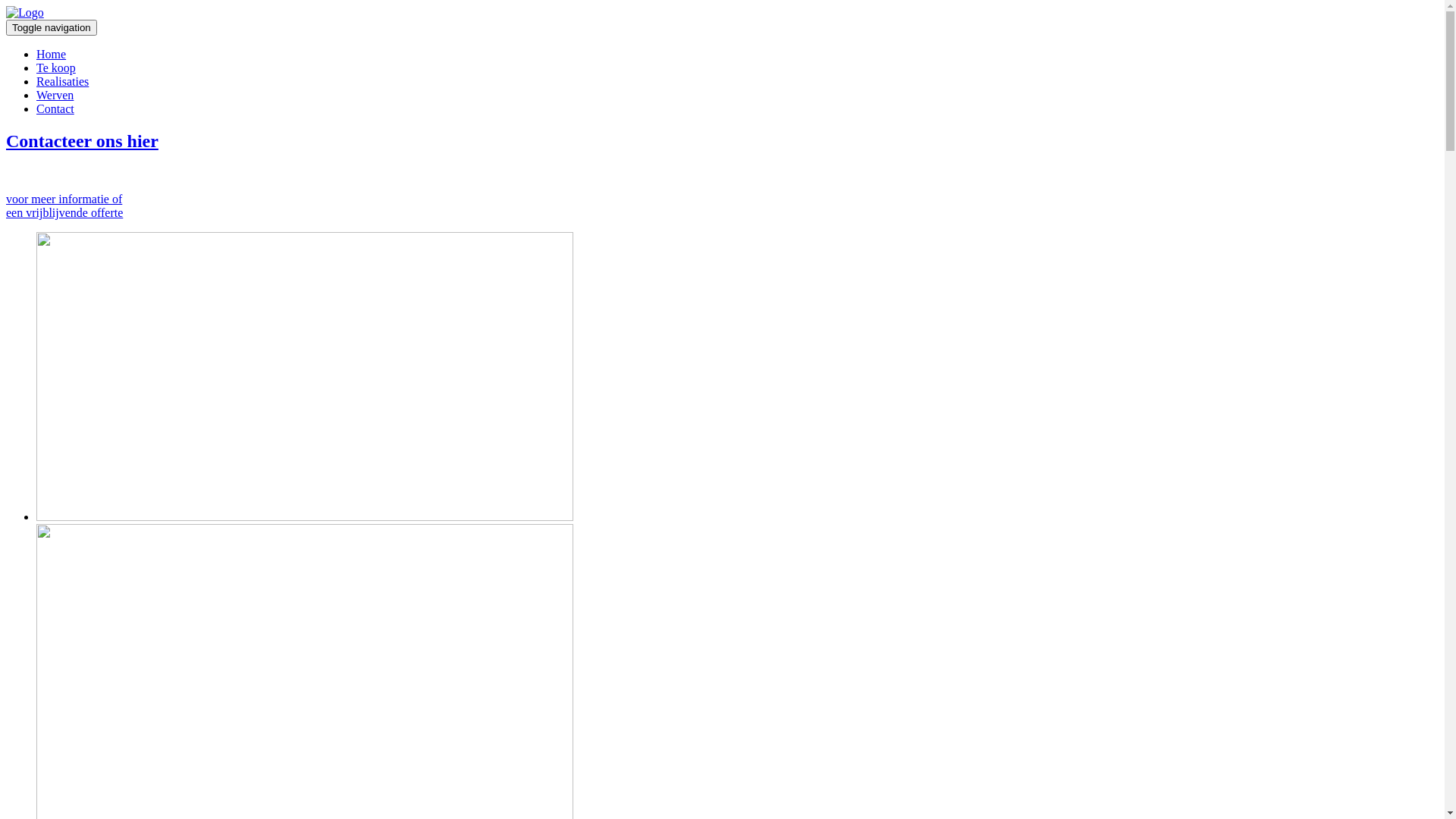  What do you see at coordinates (51, 53) in the screenshot?
I see `'Home'` at bounding box center [51, 53].